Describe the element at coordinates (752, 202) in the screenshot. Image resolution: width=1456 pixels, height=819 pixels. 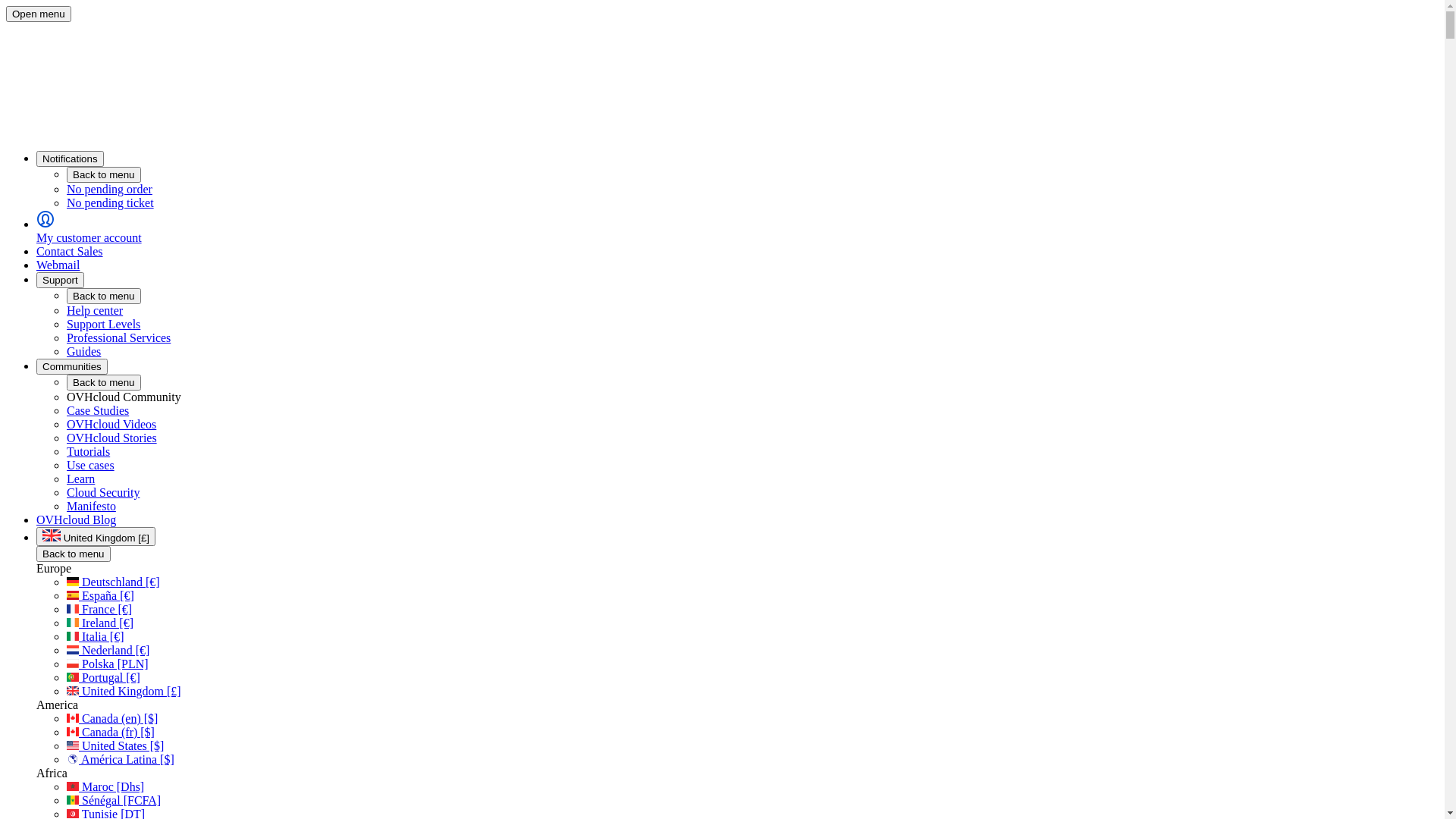
I see `'No pending ticket'` at that location.